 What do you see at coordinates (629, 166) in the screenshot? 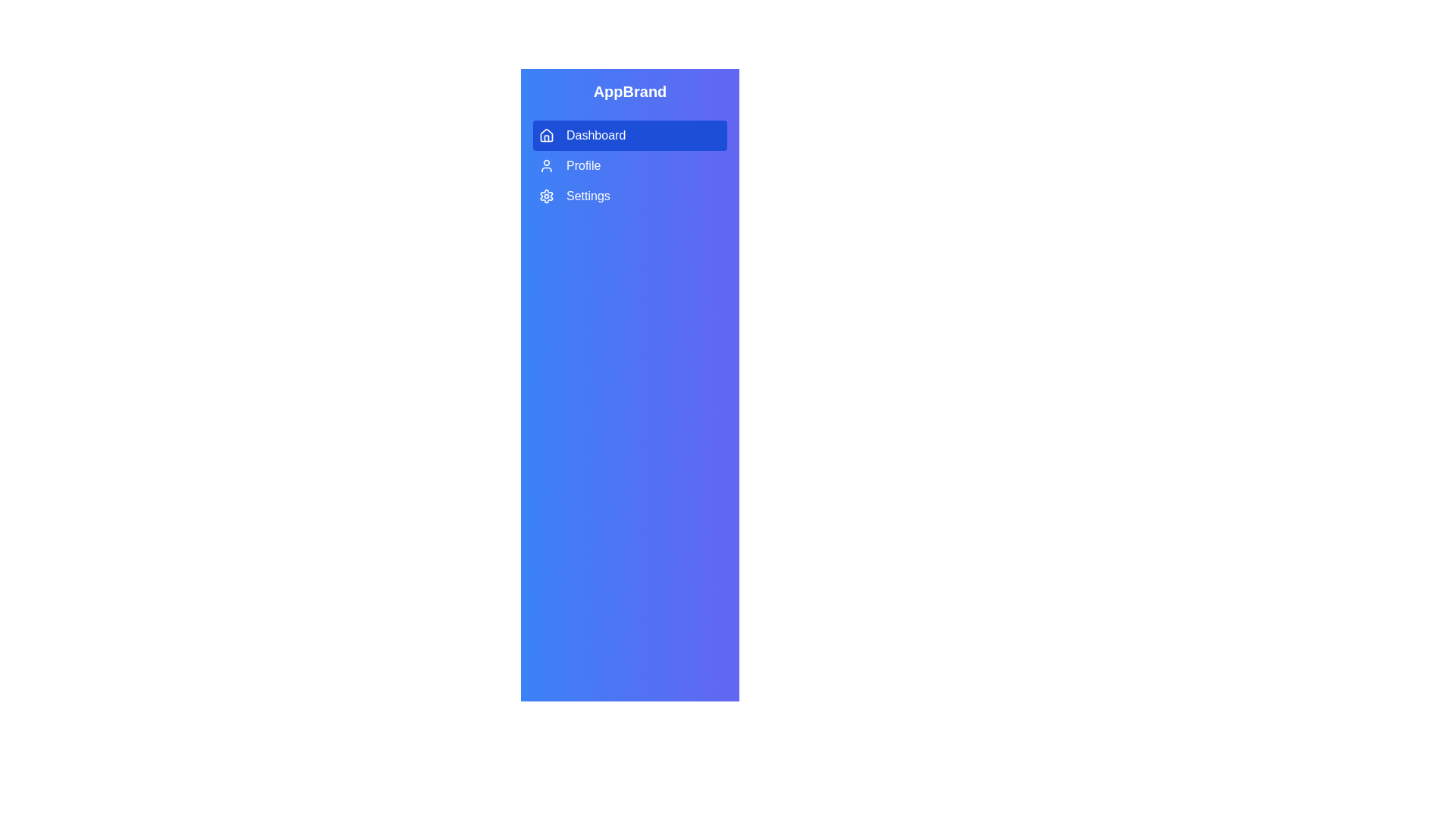
I see `the 'Profile' menu item in the vertical navigation menu` at bounding box center [629, 166].